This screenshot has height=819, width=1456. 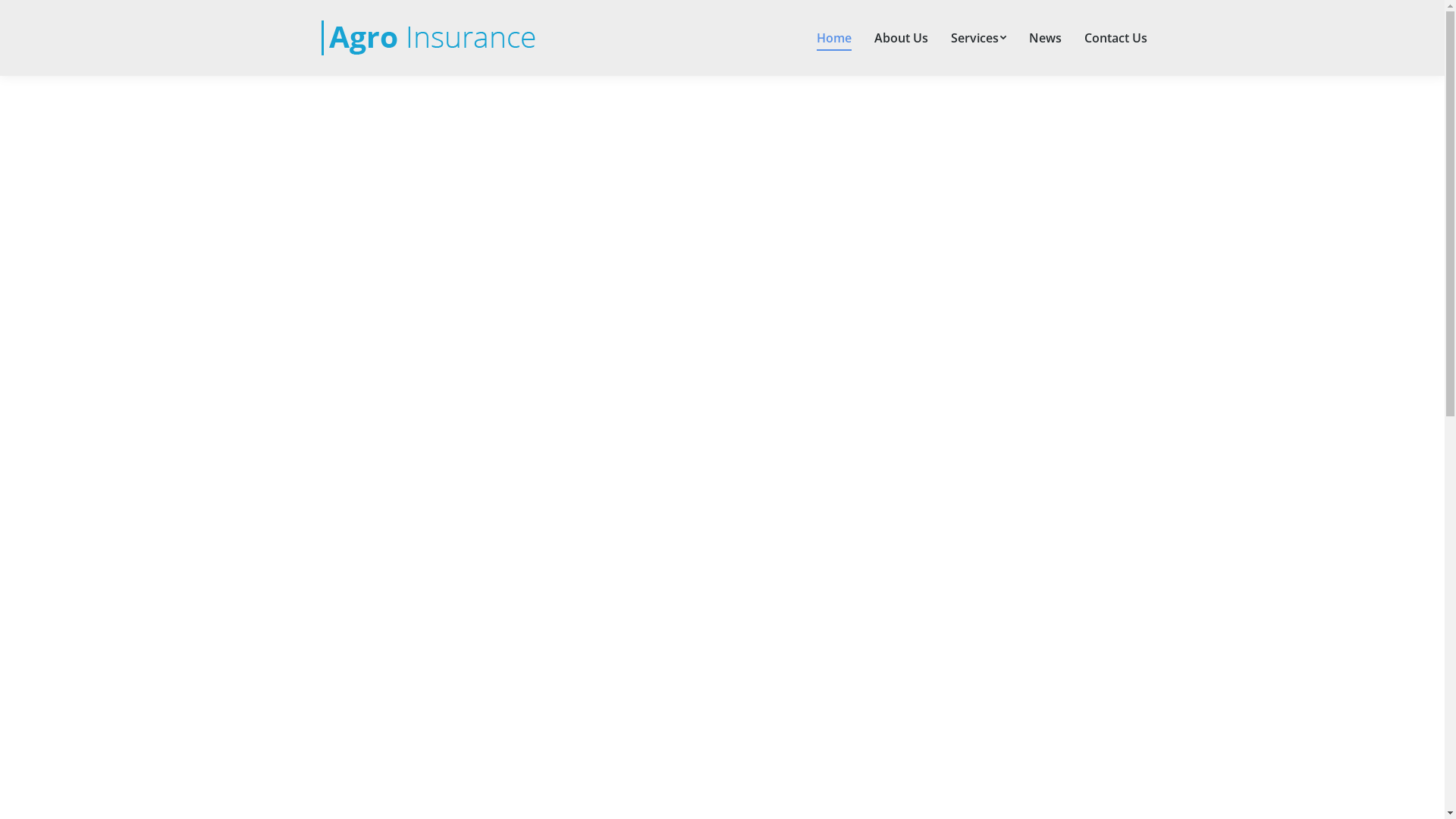 I want to click on 'Contact Us', so click(x=1115, y=37).